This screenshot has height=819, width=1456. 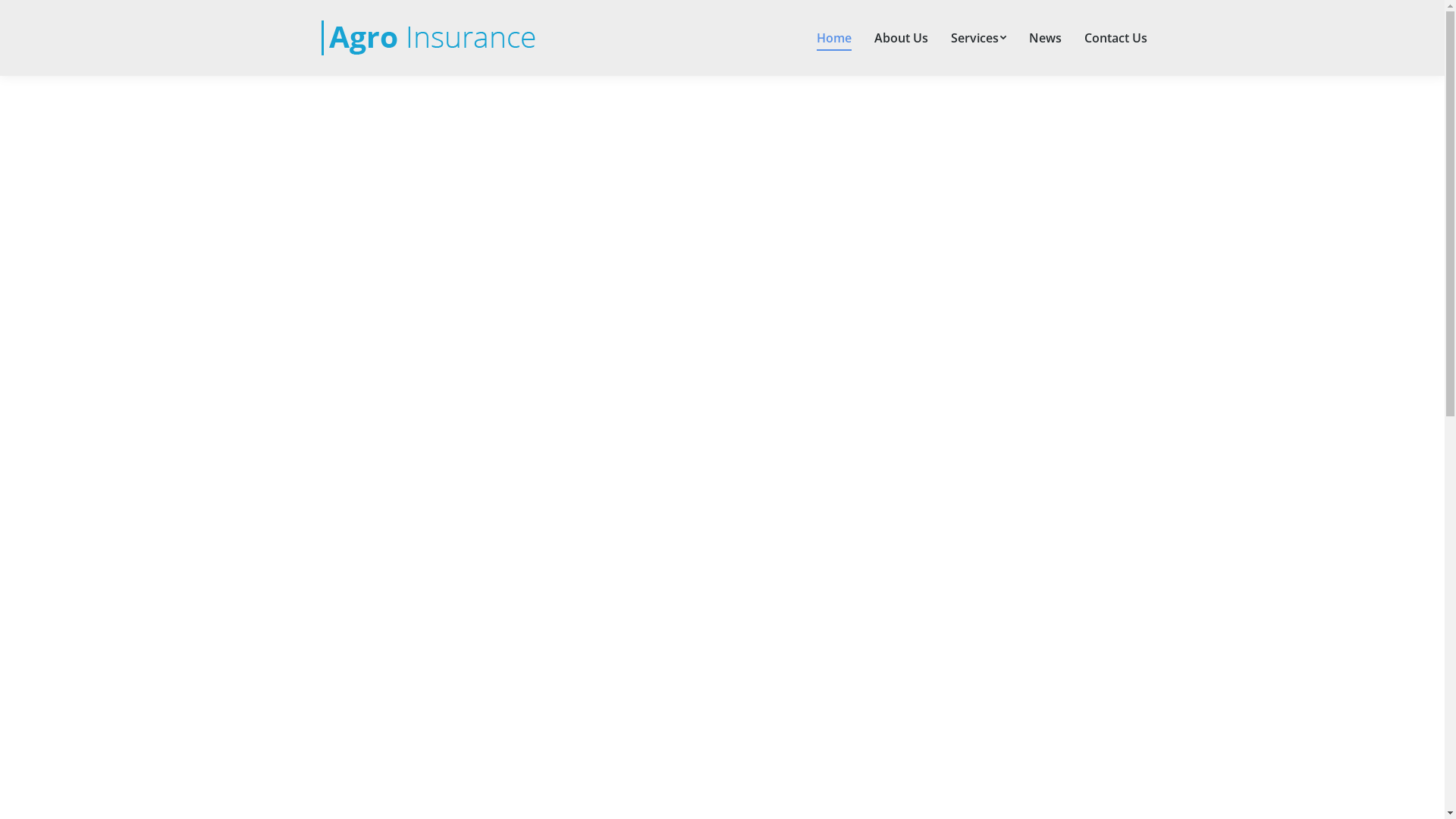 I want to click on 'Contact Us', so click(x=1115, y=37).